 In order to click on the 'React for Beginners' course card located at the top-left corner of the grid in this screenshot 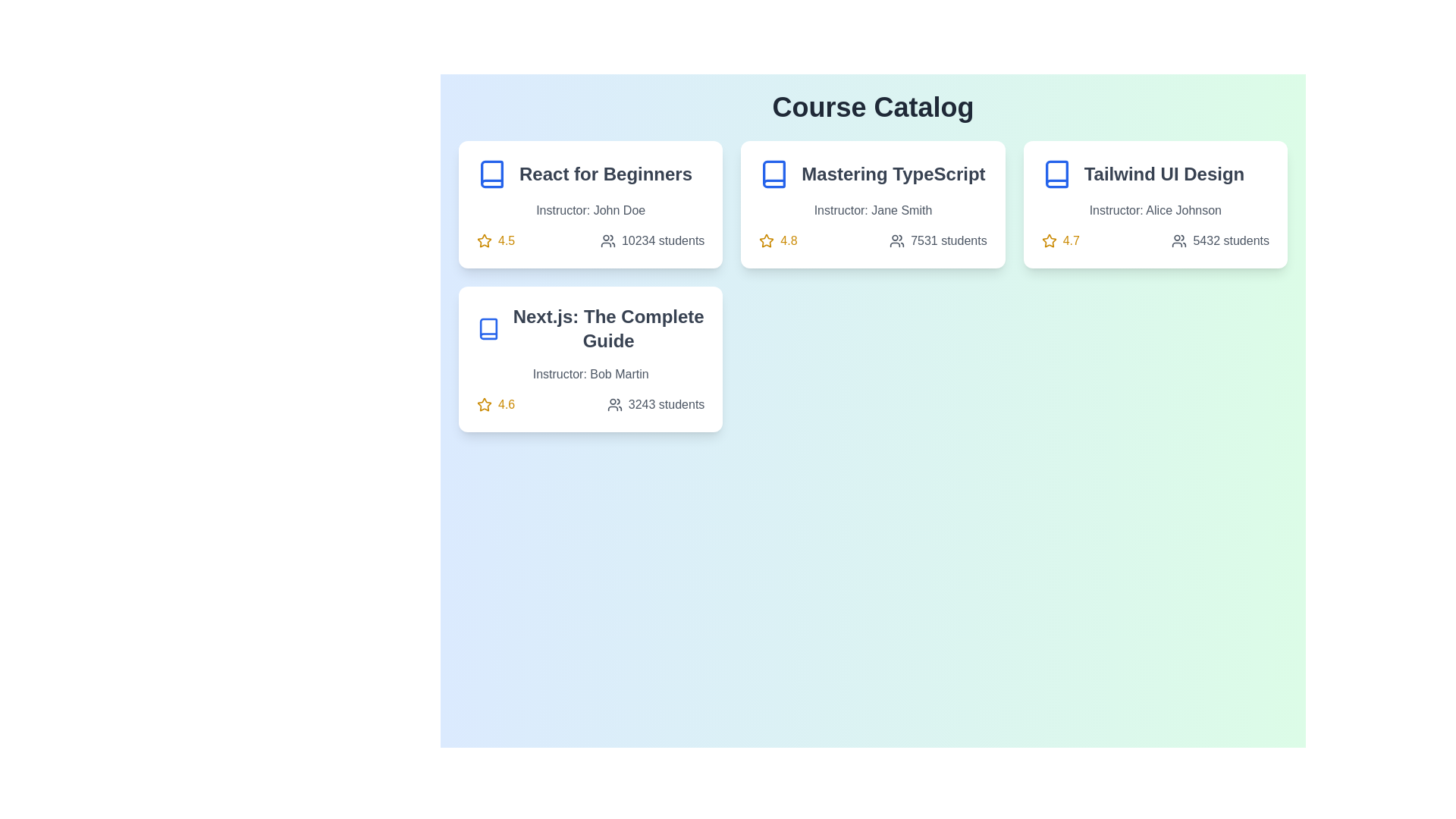, I will do `click(590, 205)`.